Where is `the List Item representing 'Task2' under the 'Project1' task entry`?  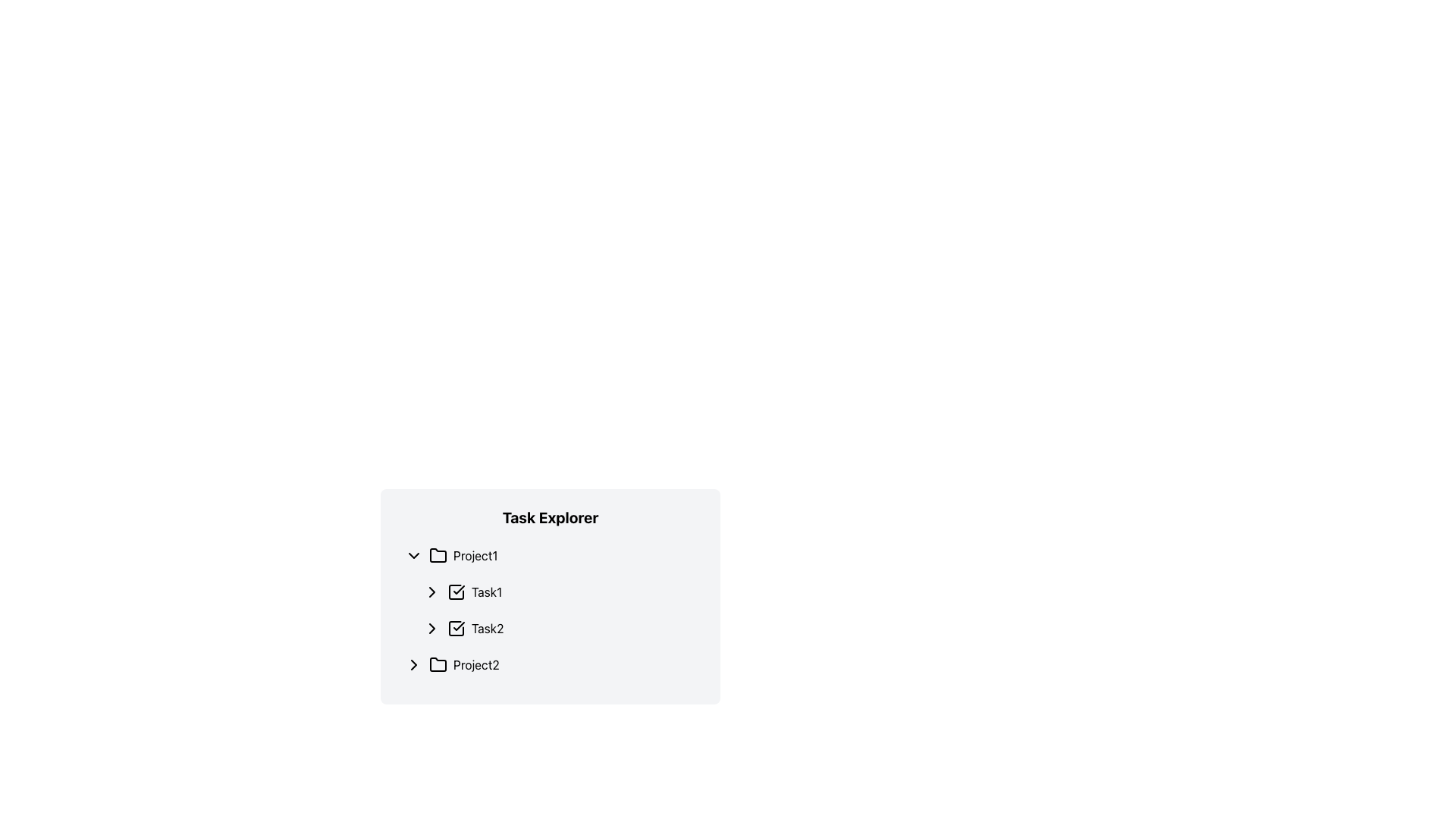 the List Item representing 'Task2' under the 'Project1' task entry is located at coordinates (559, 629).